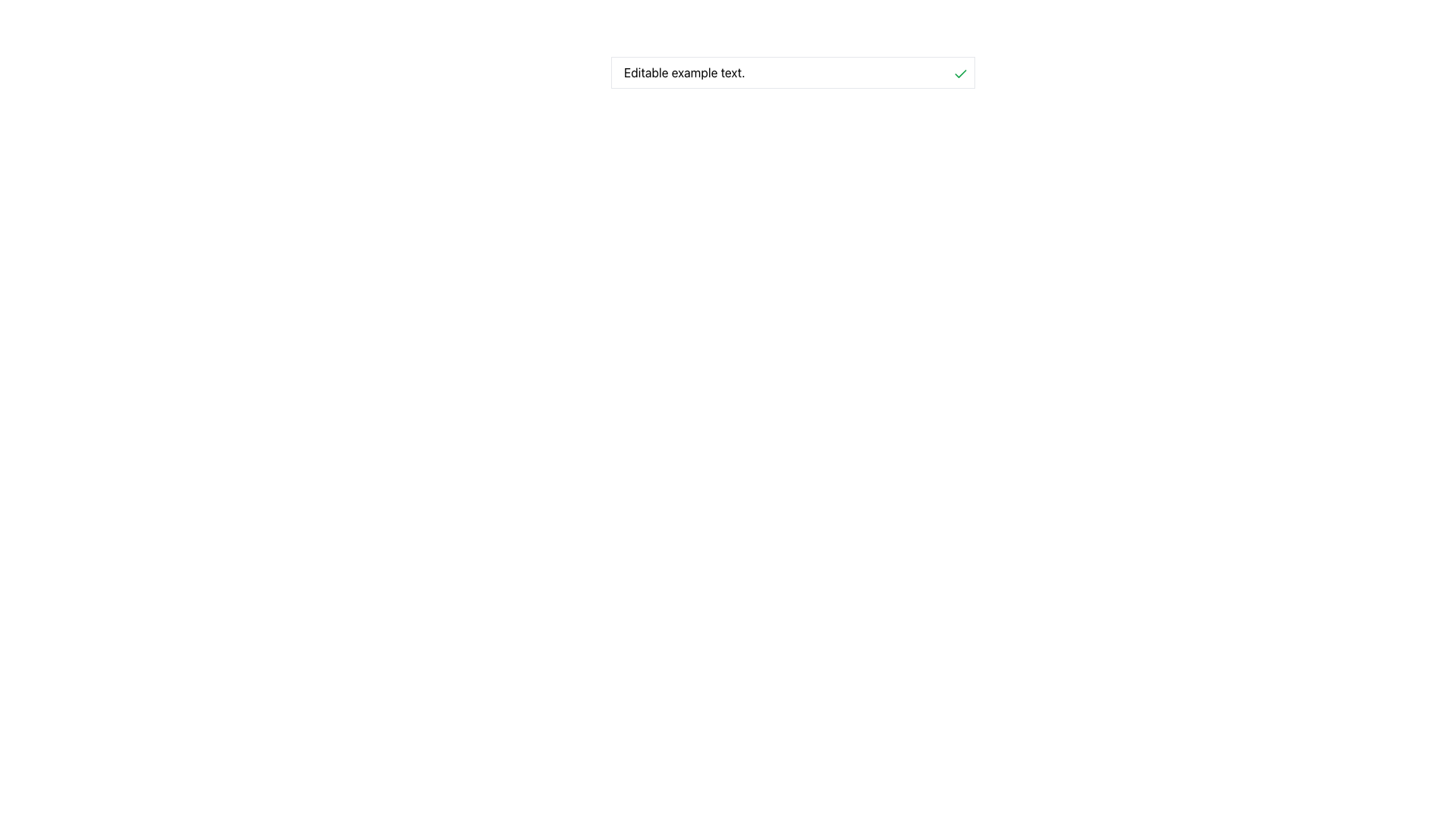 Image resolution: width=1456 pixels, height=819 pixels. I want to click on the check mark icon located to the right of the text field with placeholder 'Editable example text', indicating confirmation or success, so click(960, 73).